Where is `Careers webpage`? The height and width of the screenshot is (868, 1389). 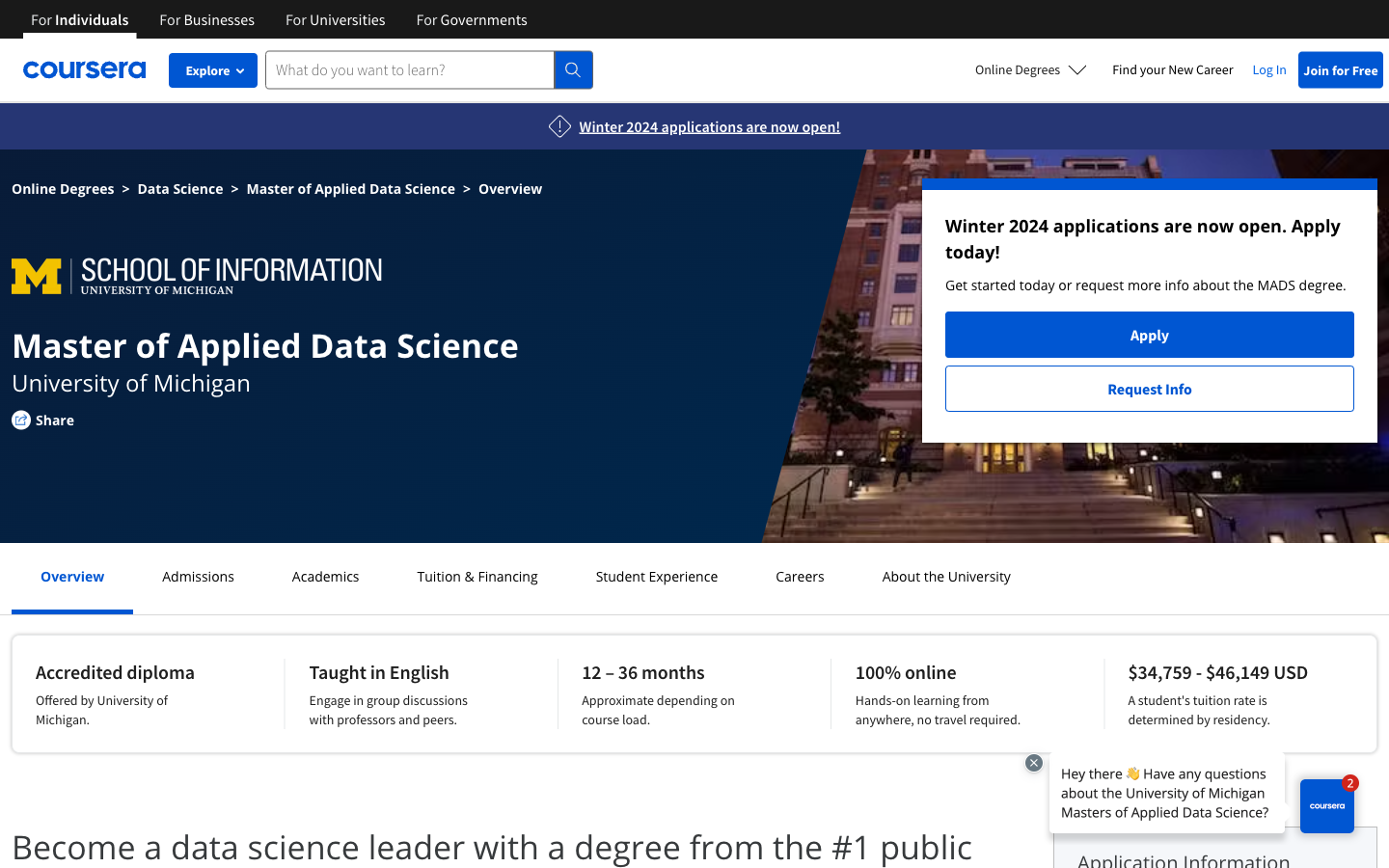 Careers webpage is located at coordinates (800, 576).